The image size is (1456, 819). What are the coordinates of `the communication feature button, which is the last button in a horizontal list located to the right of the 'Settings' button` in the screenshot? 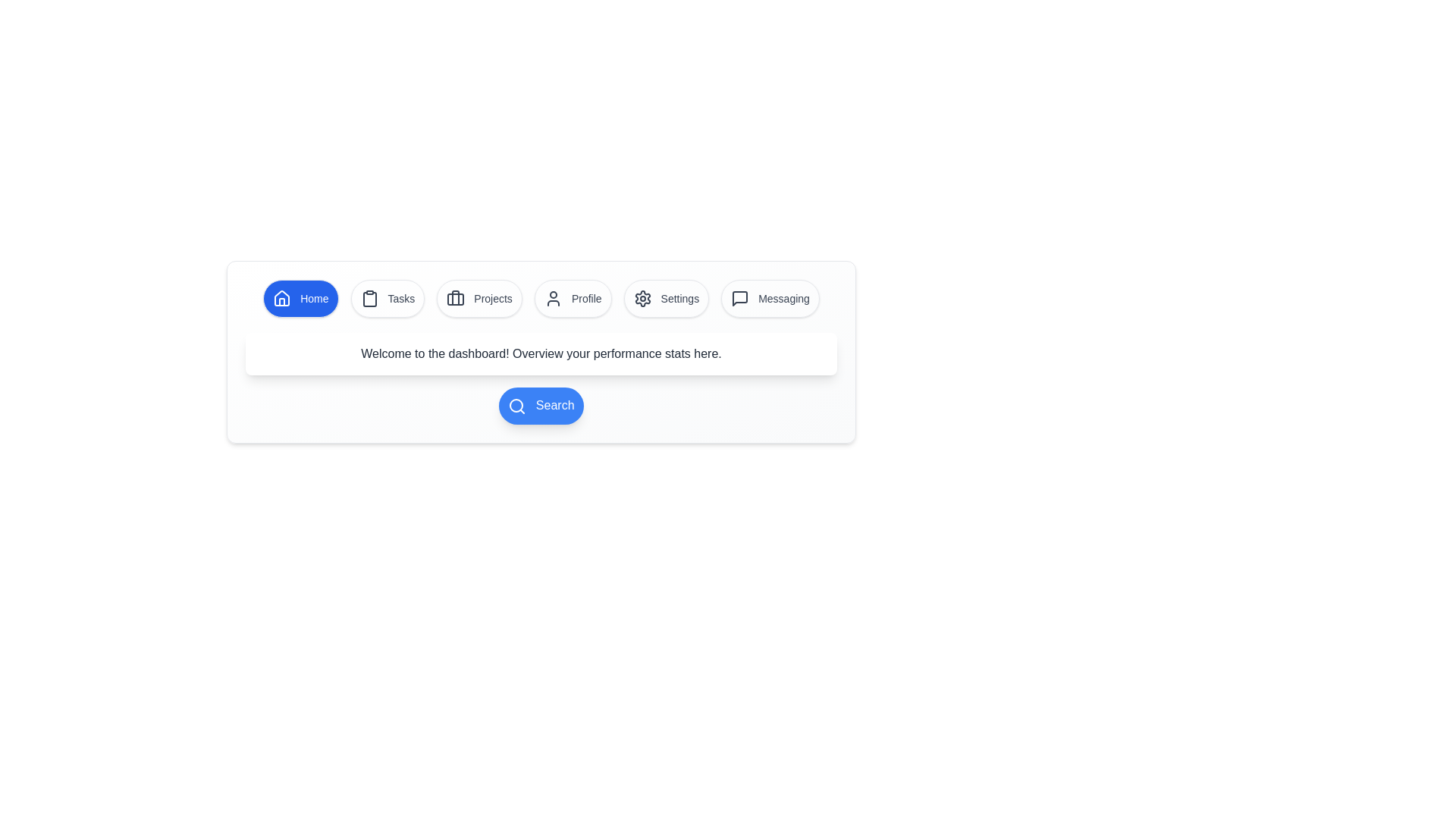 It's located at (770, 298).